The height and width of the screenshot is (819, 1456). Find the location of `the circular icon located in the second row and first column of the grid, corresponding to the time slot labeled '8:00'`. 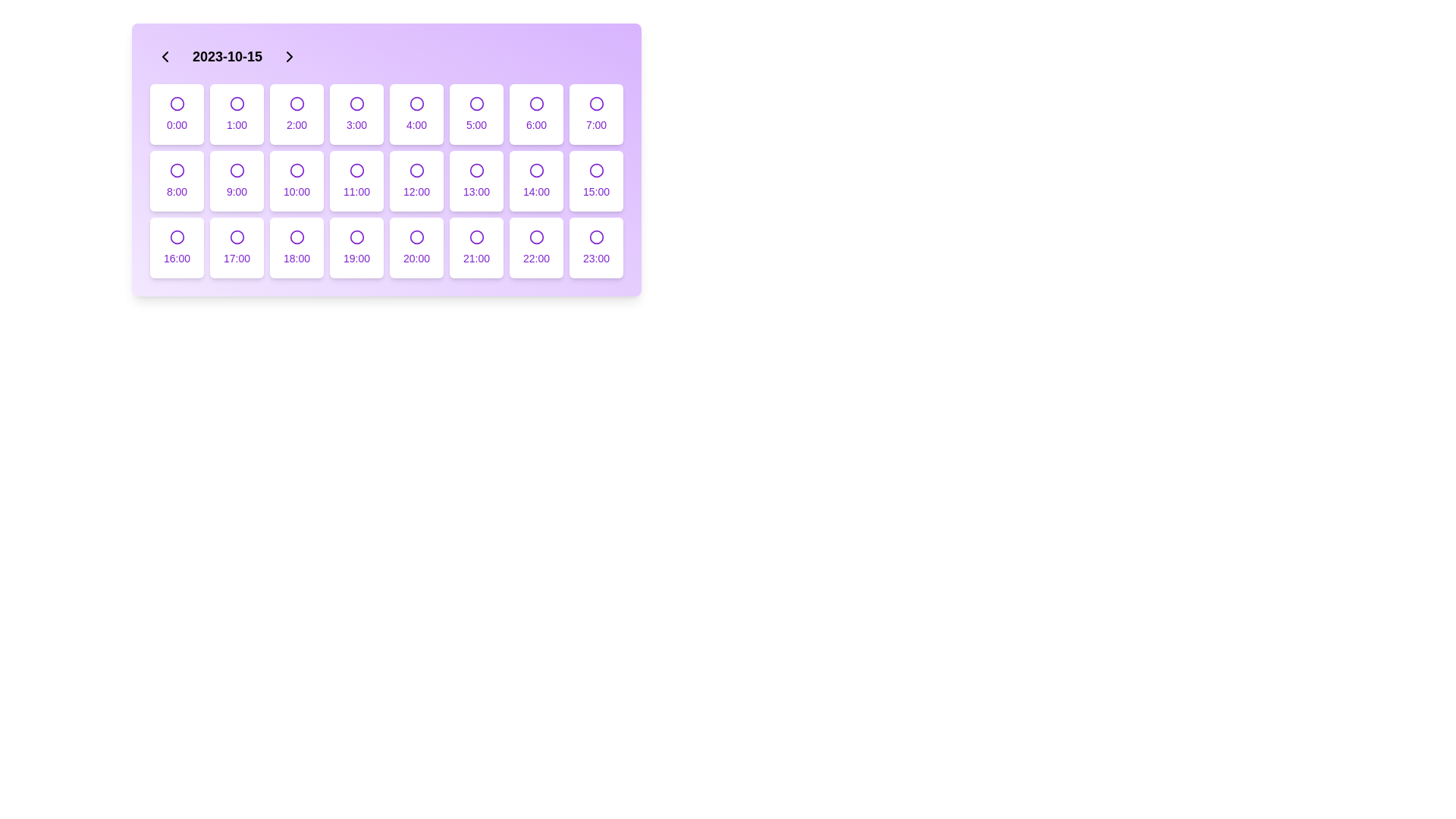

the circular icon located in the second row and first column of the grid, corresponding to the time slot labeled '8:00' is located at coordinates (177, 170).